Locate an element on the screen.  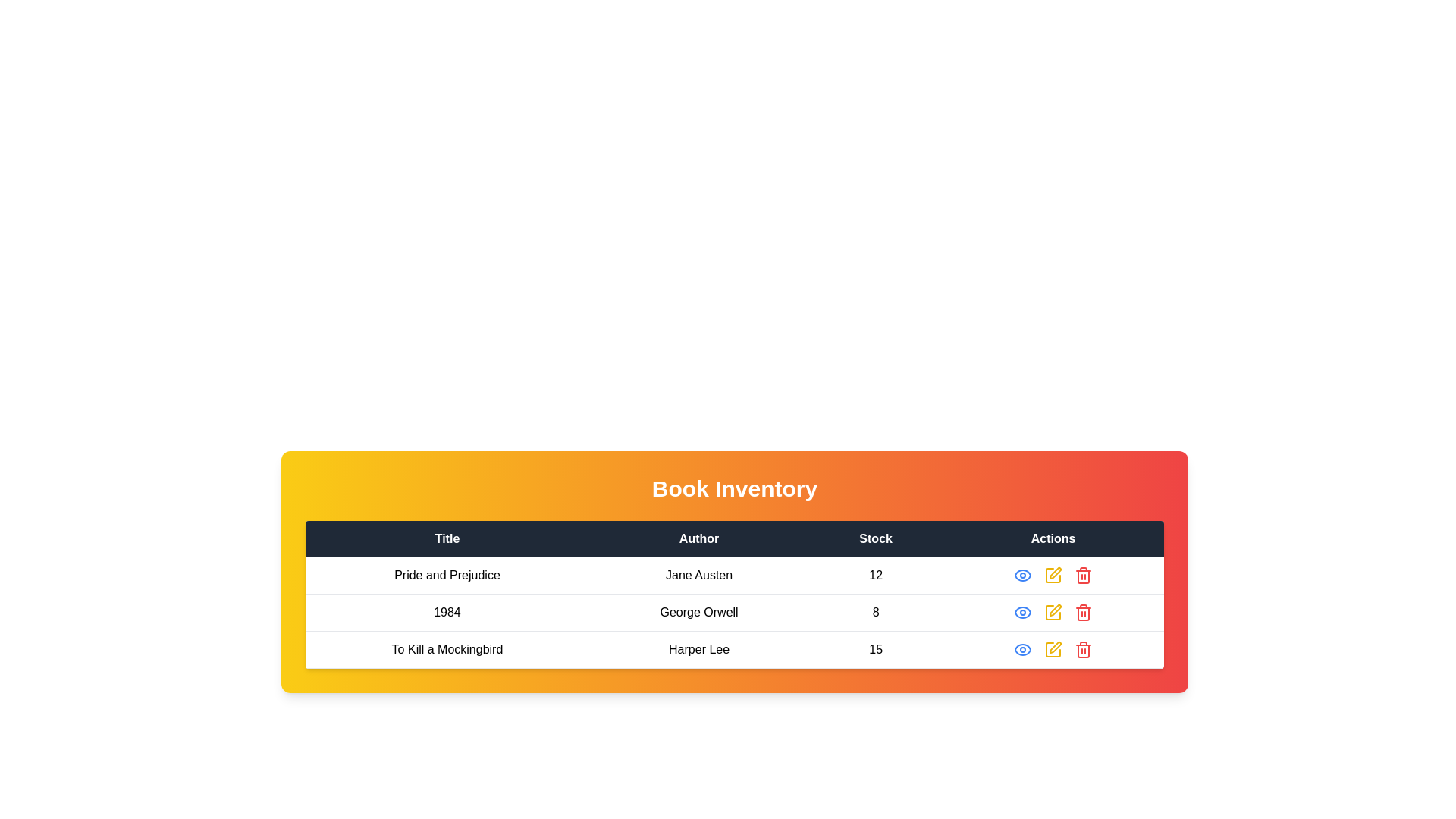
the yellow pen icon representing the editing feature located in the last row of the table under the 'Actions' column is located at coordinates (1055, 610).